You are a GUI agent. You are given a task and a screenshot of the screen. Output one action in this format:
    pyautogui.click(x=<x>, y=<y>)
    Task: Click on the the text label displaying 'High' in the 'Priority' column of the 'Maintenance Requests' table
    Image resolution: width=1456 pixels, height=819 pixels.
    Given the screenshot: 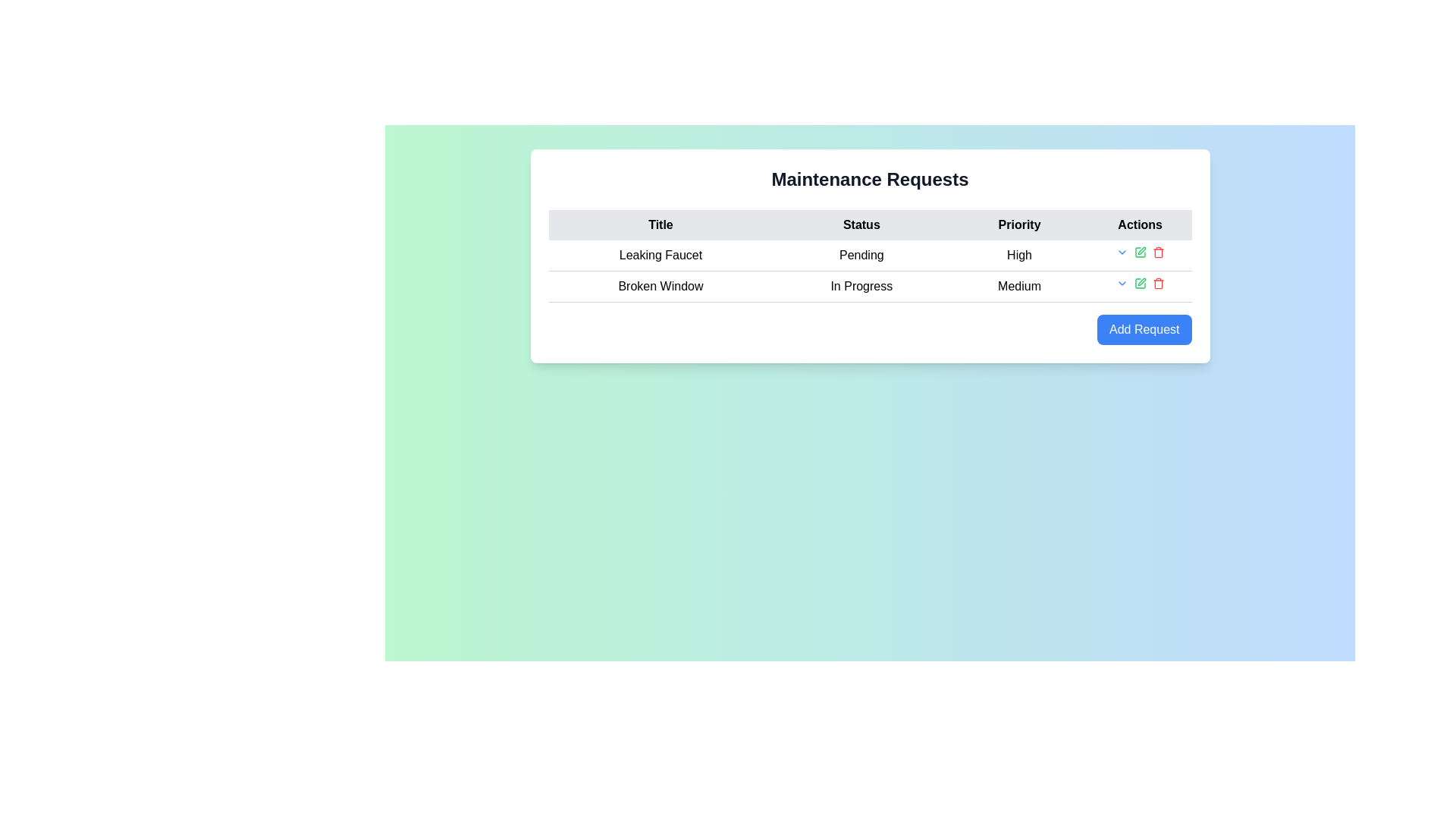 What is the action you would take?
    pyautogui.click(x=1019, y=255)
    